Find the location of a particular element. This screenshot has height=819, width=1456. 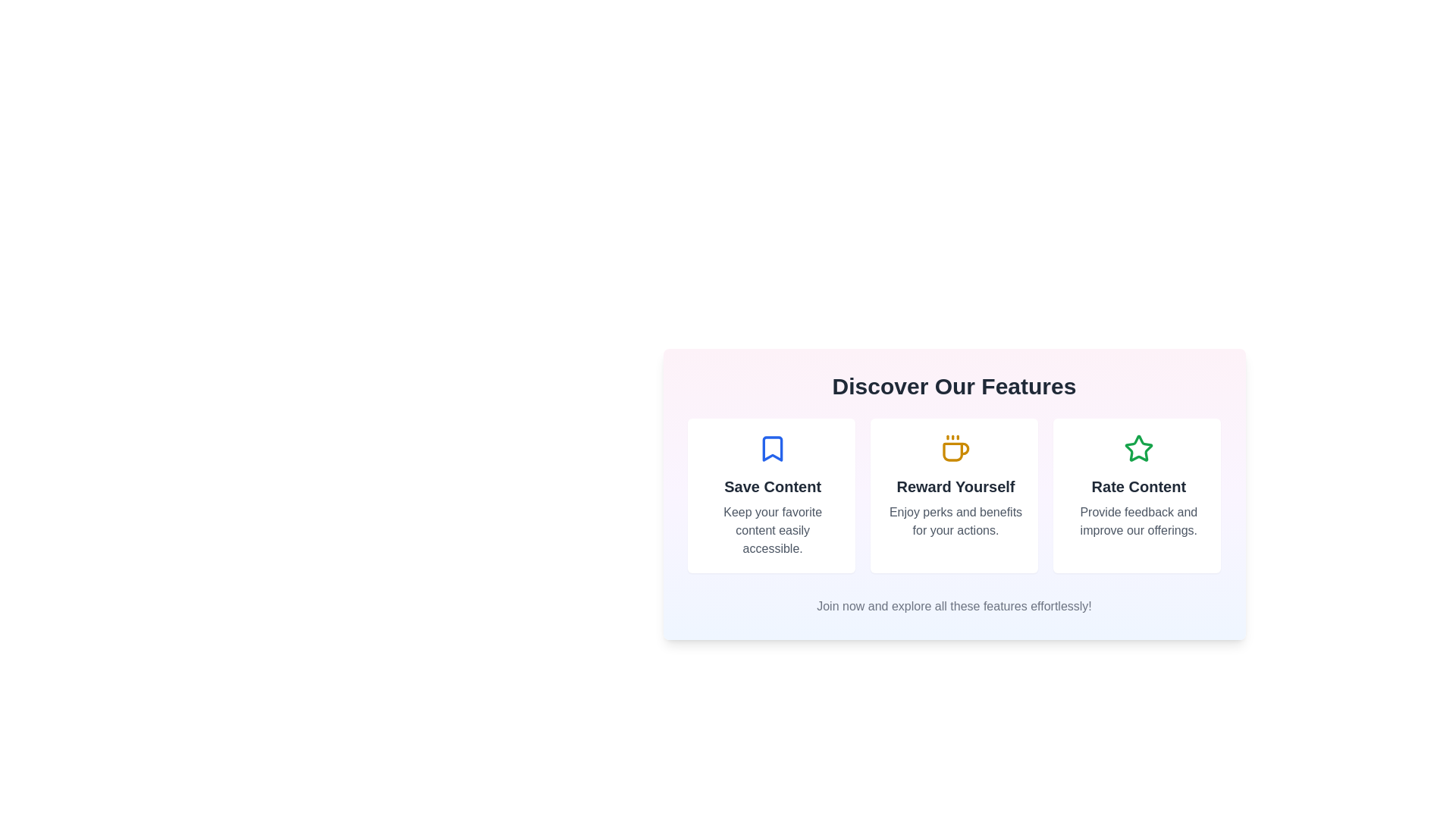

the Informational card section, which is the third option in a horizontally aligned list of features within a card layout is located at coordinates (1138, 486).